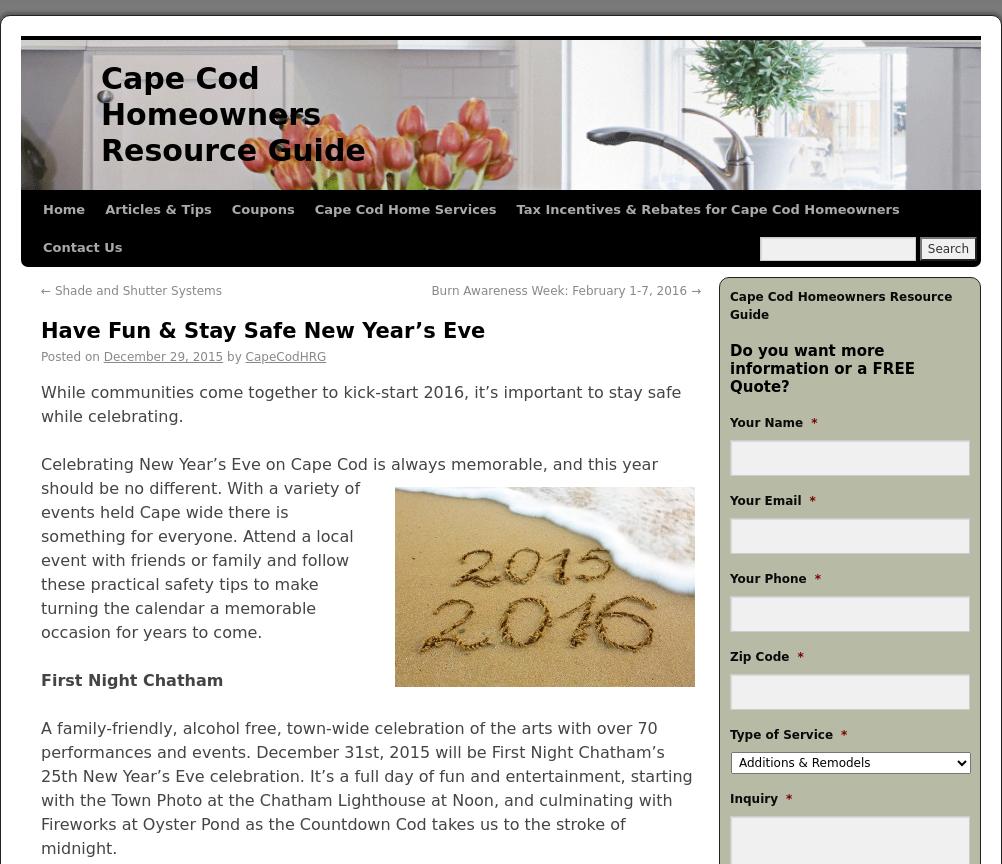  Describe the element at coordinates (200, 559) in the screenshot. I see `'With a variety of events held Cape wide there is something for everyone. Attend a local event with friends or family and follow these practical safety tips to make turning the calendar a memorable occasion for years to come.'` at that location.